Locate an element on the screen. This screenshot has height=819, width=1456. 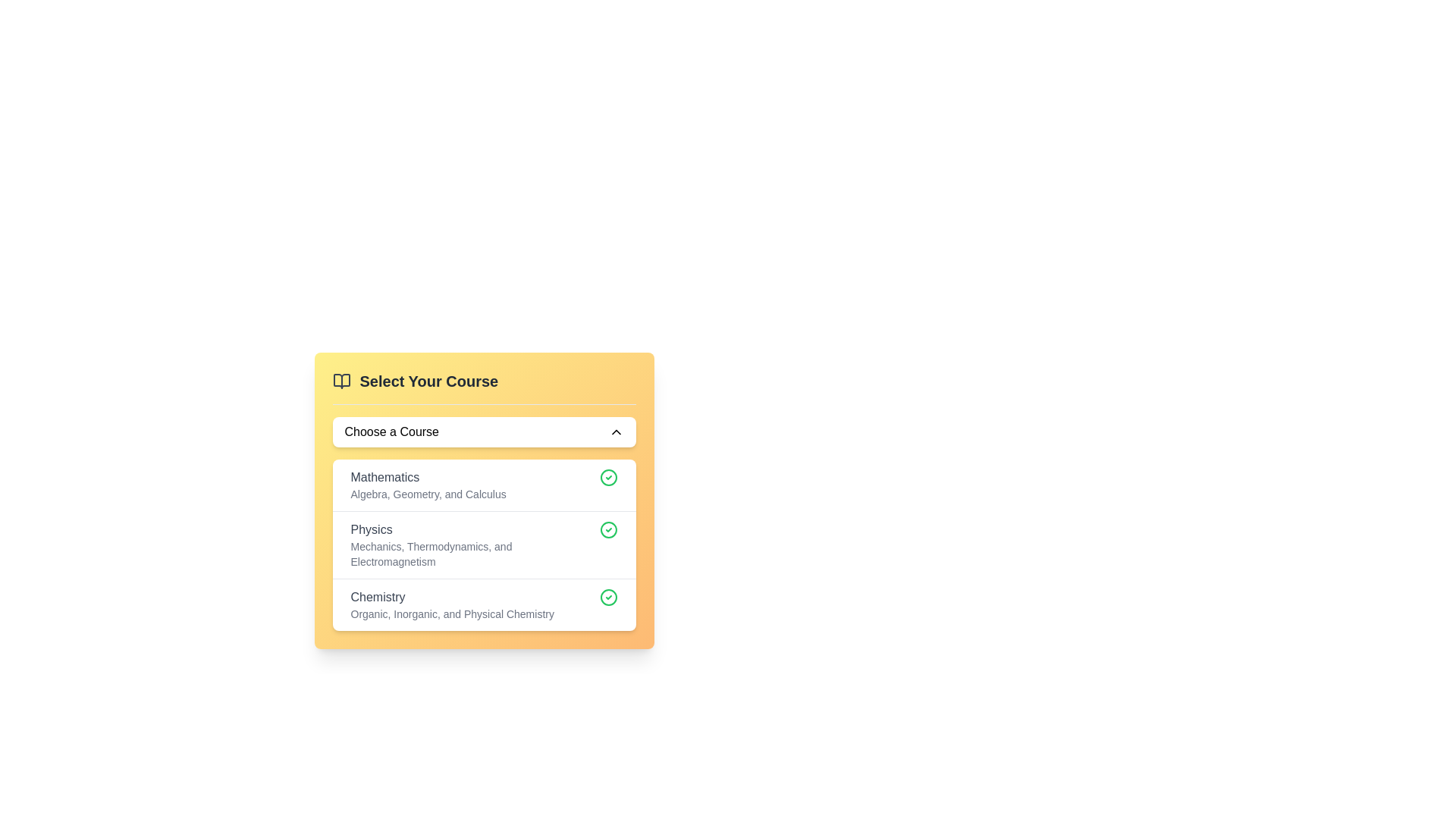
the selection status icon for the 'Physics' course, which is located on the right side of the course list item is located at coordinates (608, 529).